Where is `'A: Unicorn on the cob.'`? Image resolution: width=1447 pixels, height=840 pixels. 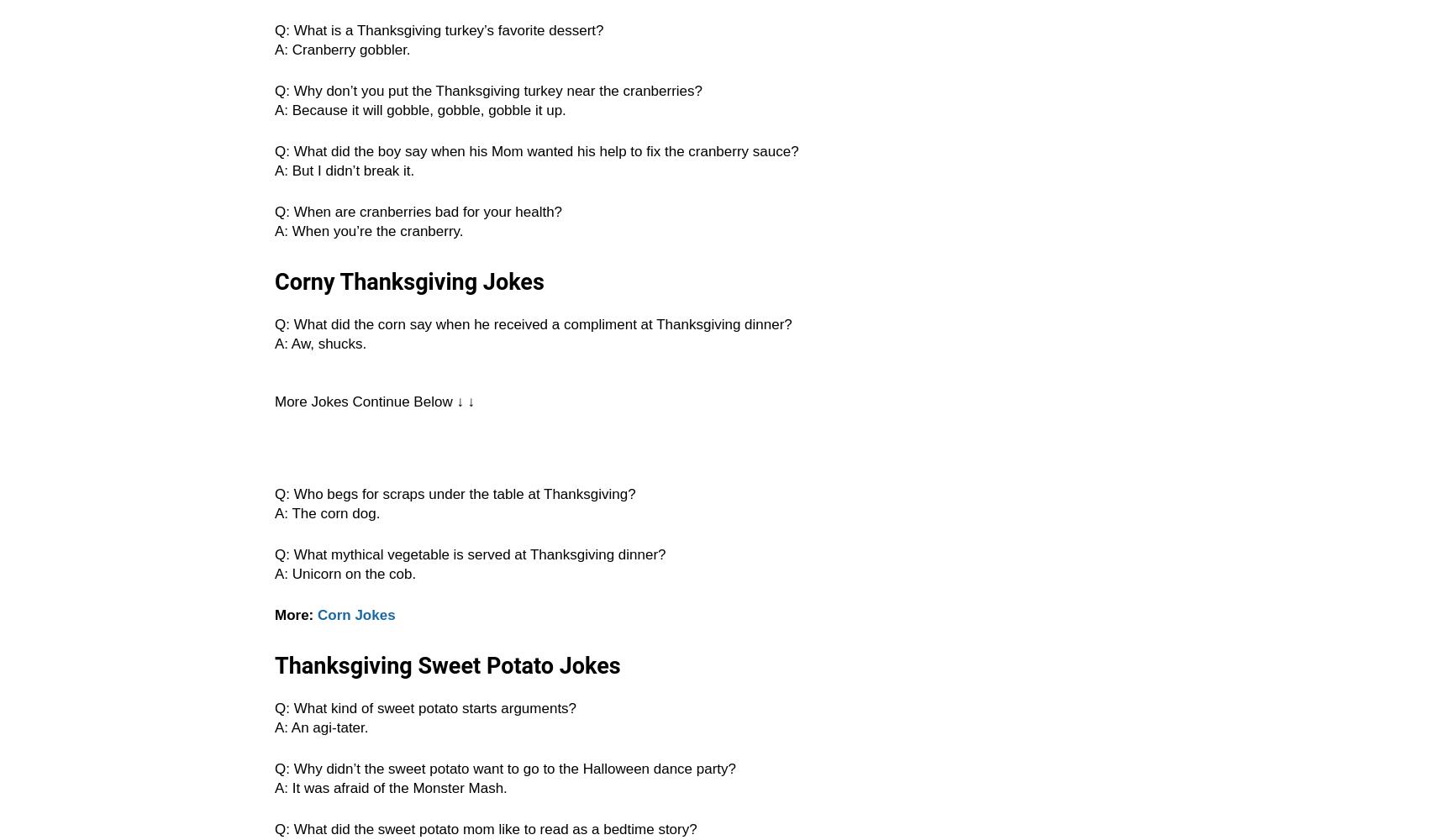 'A: Unicorn on the cob.' is located at coordinates (274, 574).